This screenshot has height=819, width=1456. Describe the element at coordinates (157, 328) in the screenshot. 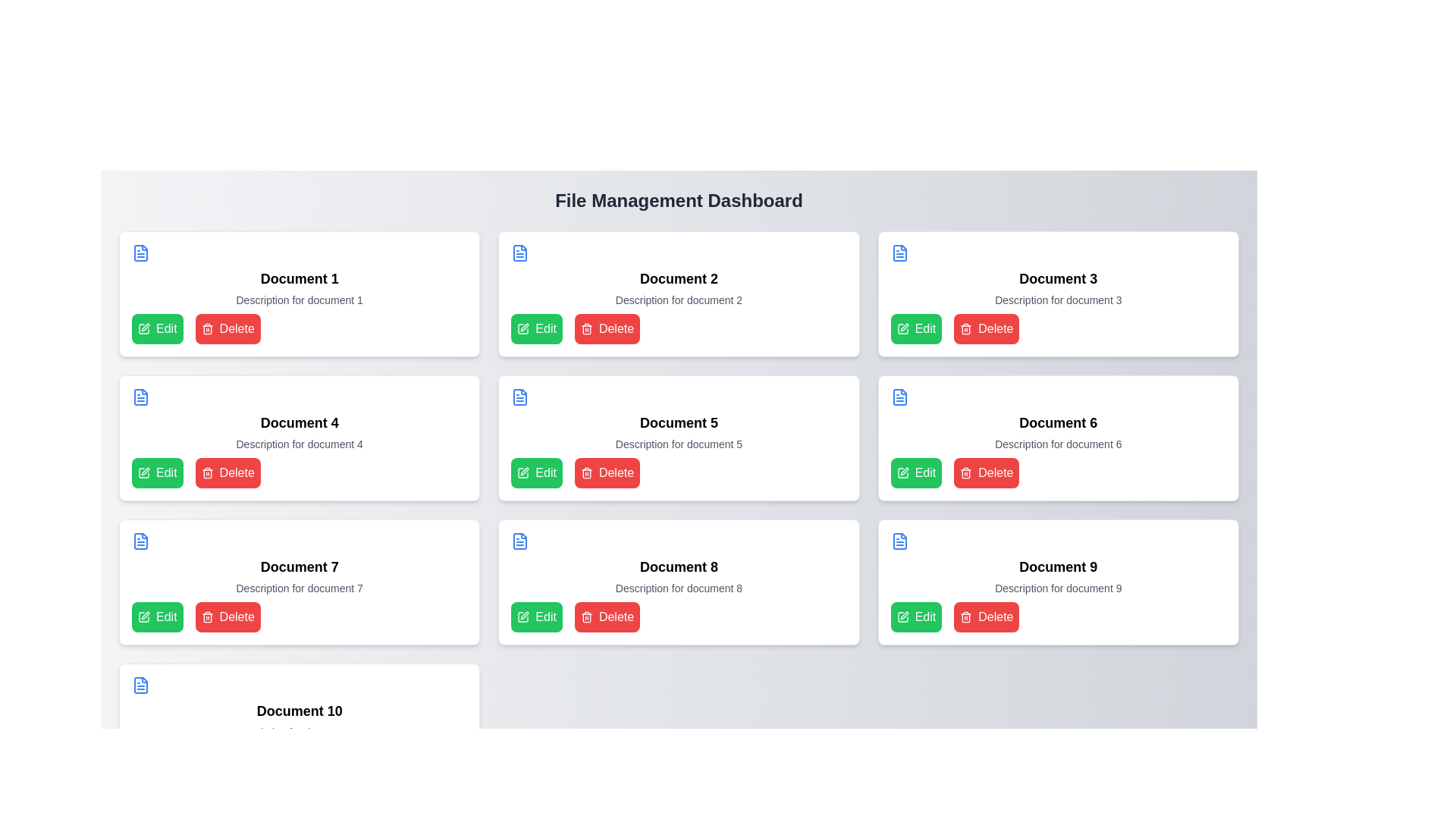

I see `the 'Edit' button located in the top-left corner of the 'Document 1' card to initiate editing` at that location.